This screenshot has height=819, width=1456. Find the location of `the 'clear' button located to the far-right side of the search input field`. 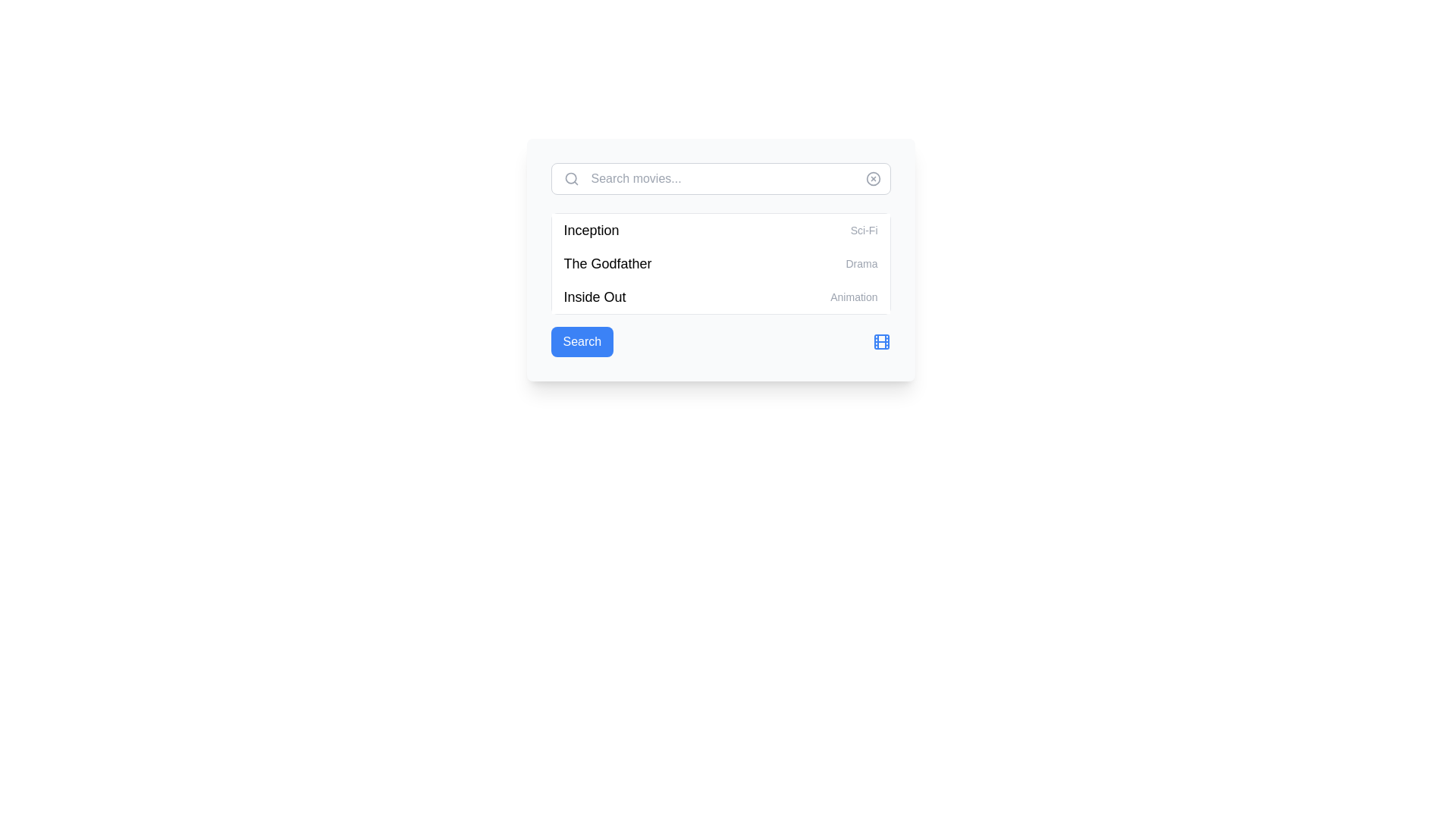

the 'clear' button located to the far-right side of the search input field is located at coordinates (873, 177).